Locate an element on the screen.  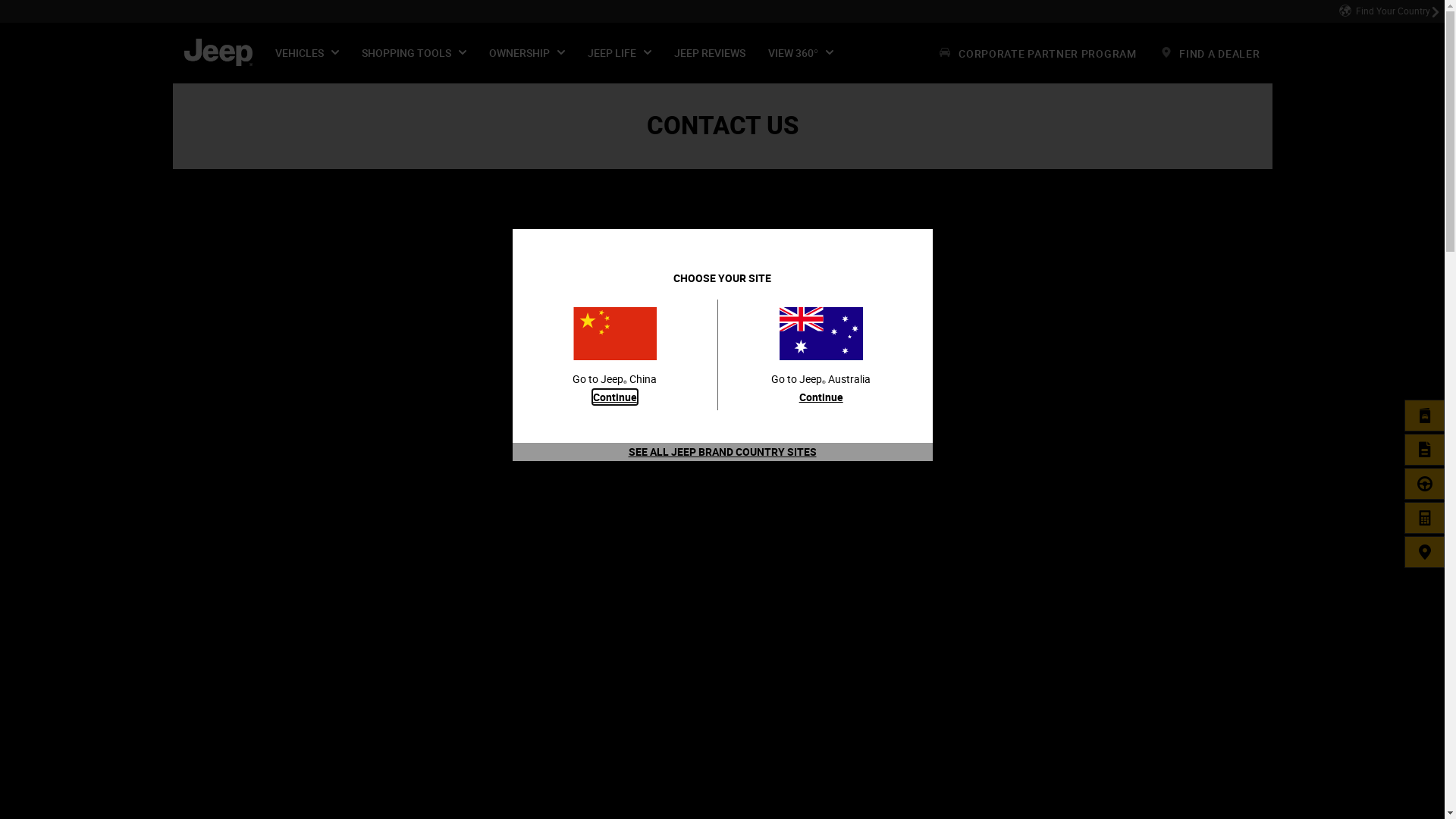
'REQUEST A QUOTE' is located at coordinates (1423, 449).